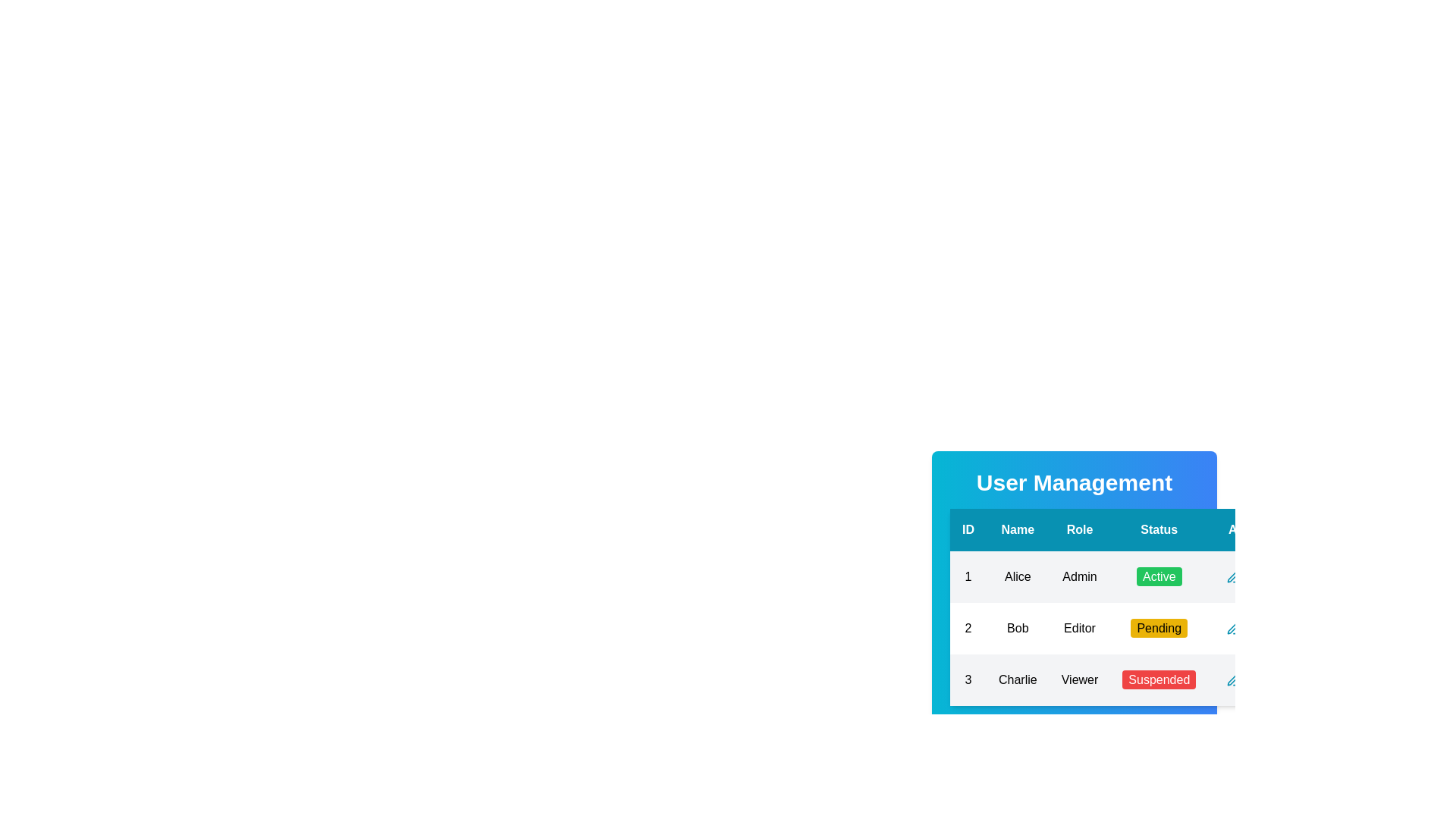 This screenshot has width=1456, height=819. What do you see at coordinates (967, 629) in the screenshot?
I see `the numeral '2' element in the table under the 'ID' column, which is associated with the entry for 'Bob'` at bounding box center [967, 629].